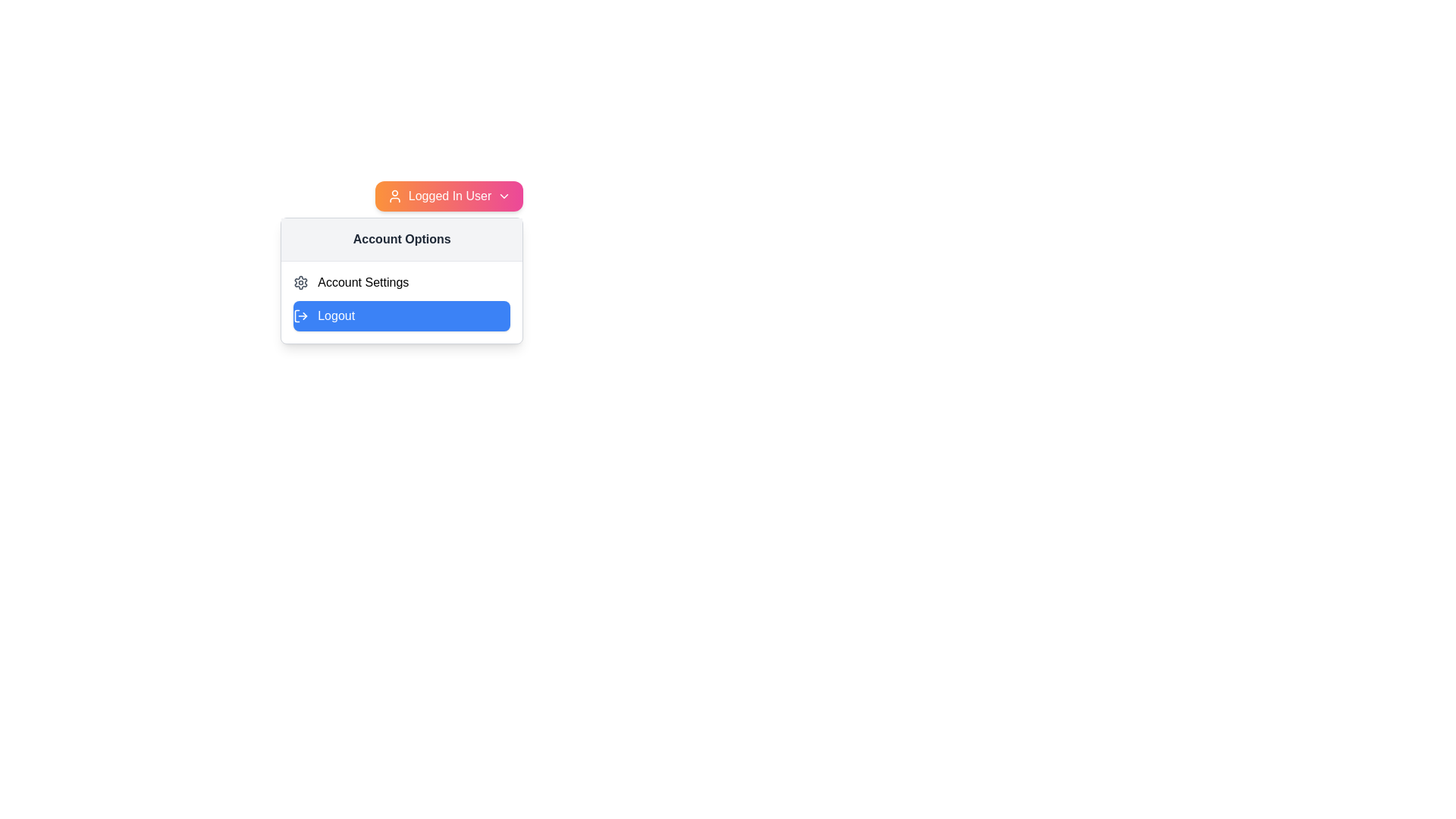 This screenshot has height=819, width=1456. What do you see at coordinates (301, 315) in the screenshot?
I see `the icon located on the left side of the 'Logout' button in a blue, rounded rectangle within the dropdown menu` at bounding box center [301, 315].